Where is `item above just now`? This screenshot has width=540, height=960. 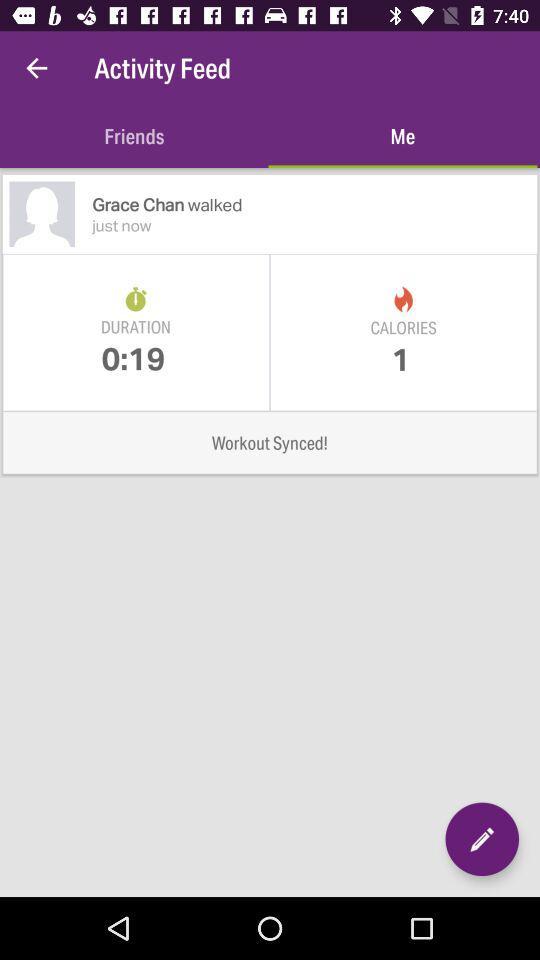
item above just now is located at coordinates (314, 204).